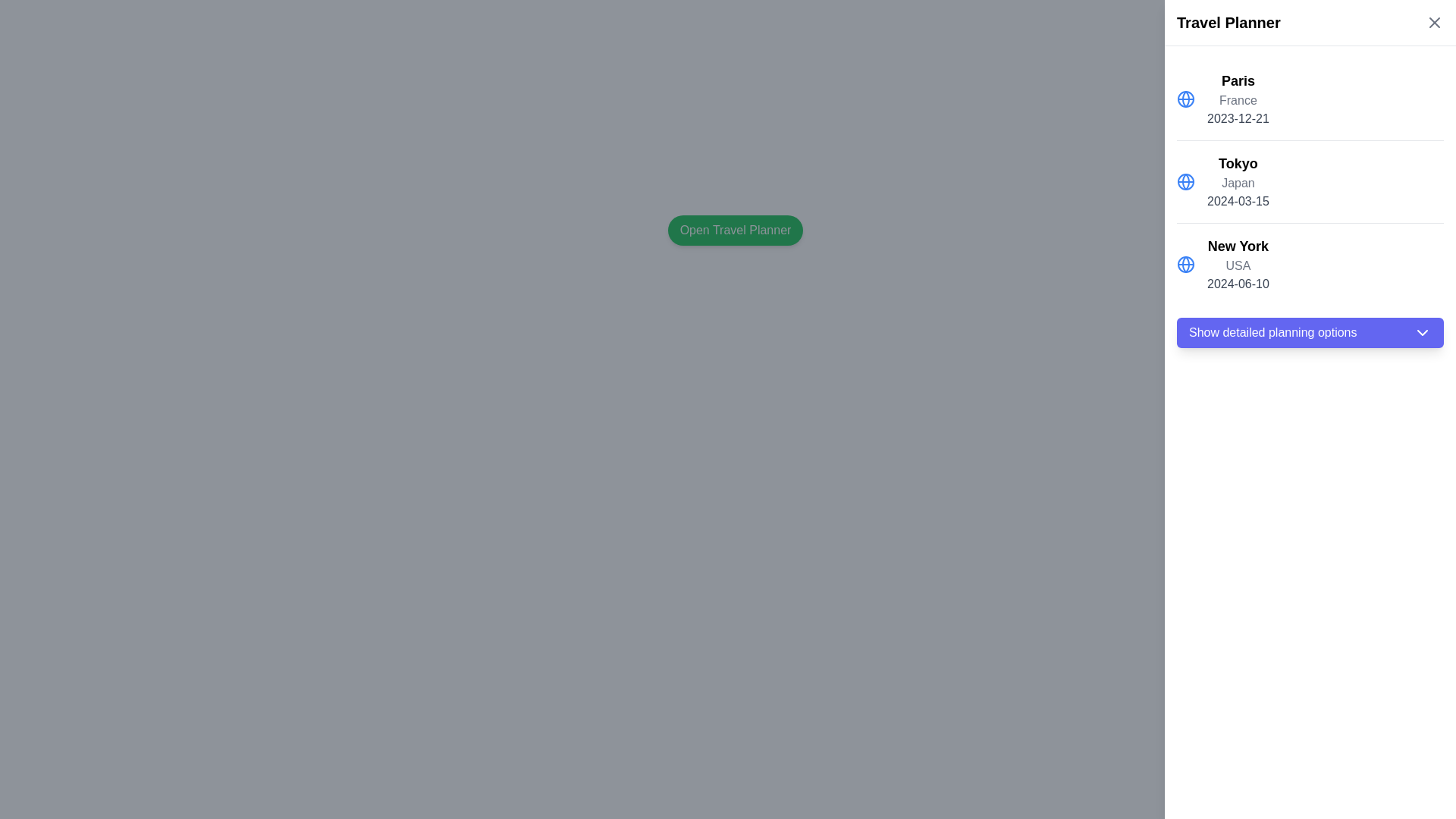  Describe the element at coordinates (1238, 100) in the screenshot. I see `the static text label displaying 'France', located beneath 'Paris' and above '2023-12-21' in the Travel Planner section` at that location.